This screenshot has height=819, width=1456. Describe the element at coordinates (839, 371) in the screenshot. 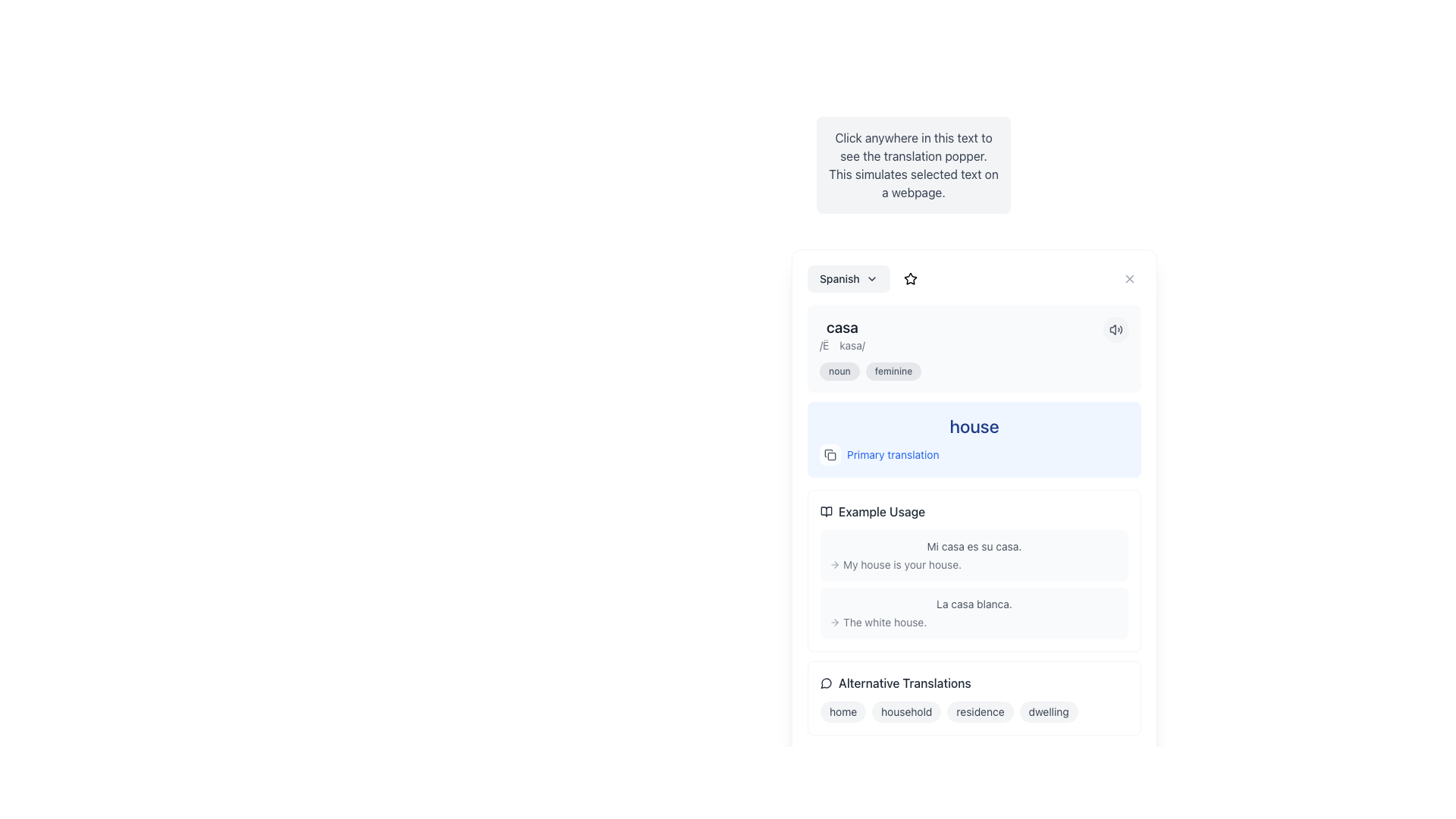

I see `the first tag or label that indicates the grammatical role of the word 'casa', positioned beneath 'casa' and above 'house', located at the top-left part of the interface` at that location.